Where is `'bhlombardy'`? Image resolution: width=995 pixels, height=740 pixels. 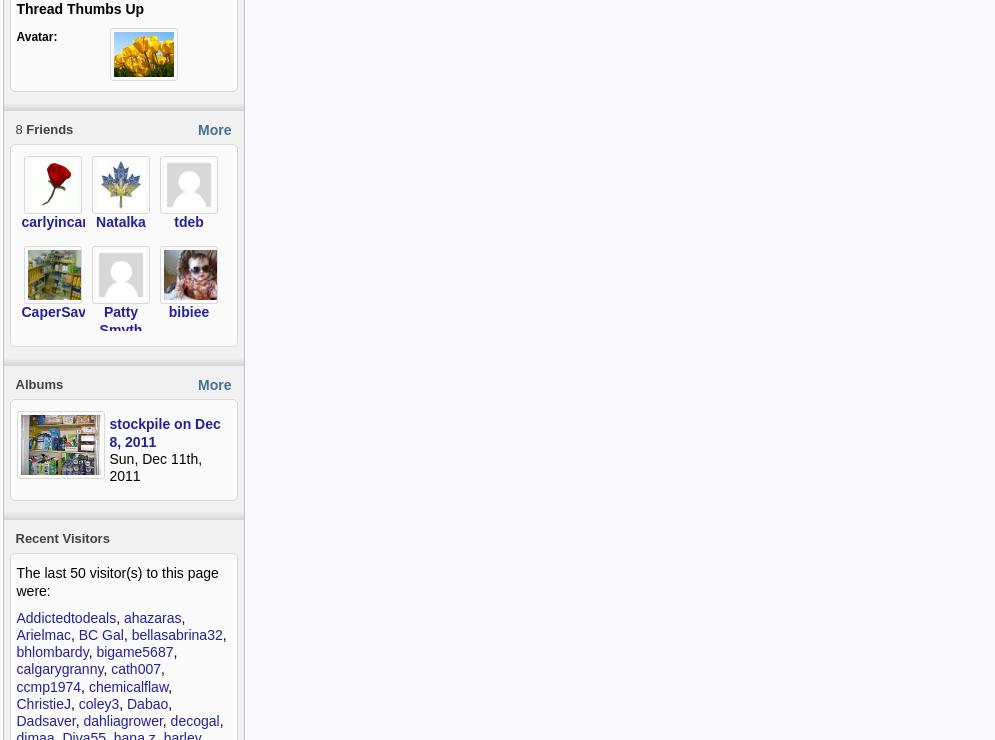 'bhlombardy' is located at coordinates (16, 652).